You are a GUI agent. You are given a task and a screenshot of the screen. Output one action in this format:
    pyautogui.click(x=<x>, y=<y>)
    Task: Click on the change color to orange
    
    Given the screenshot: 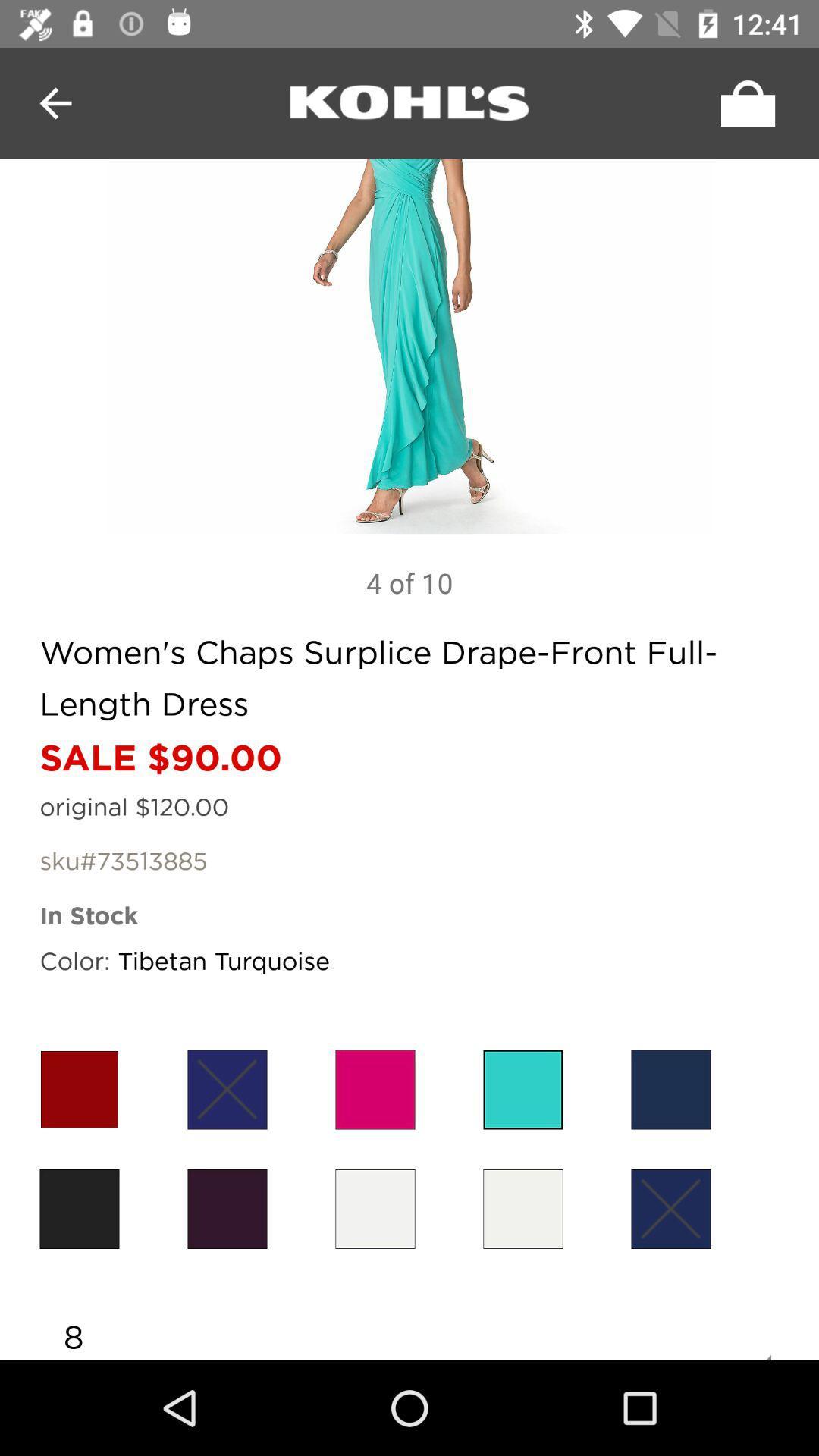 What is the action you would take?
    pyautogui.click(x=79, y=1088)
    